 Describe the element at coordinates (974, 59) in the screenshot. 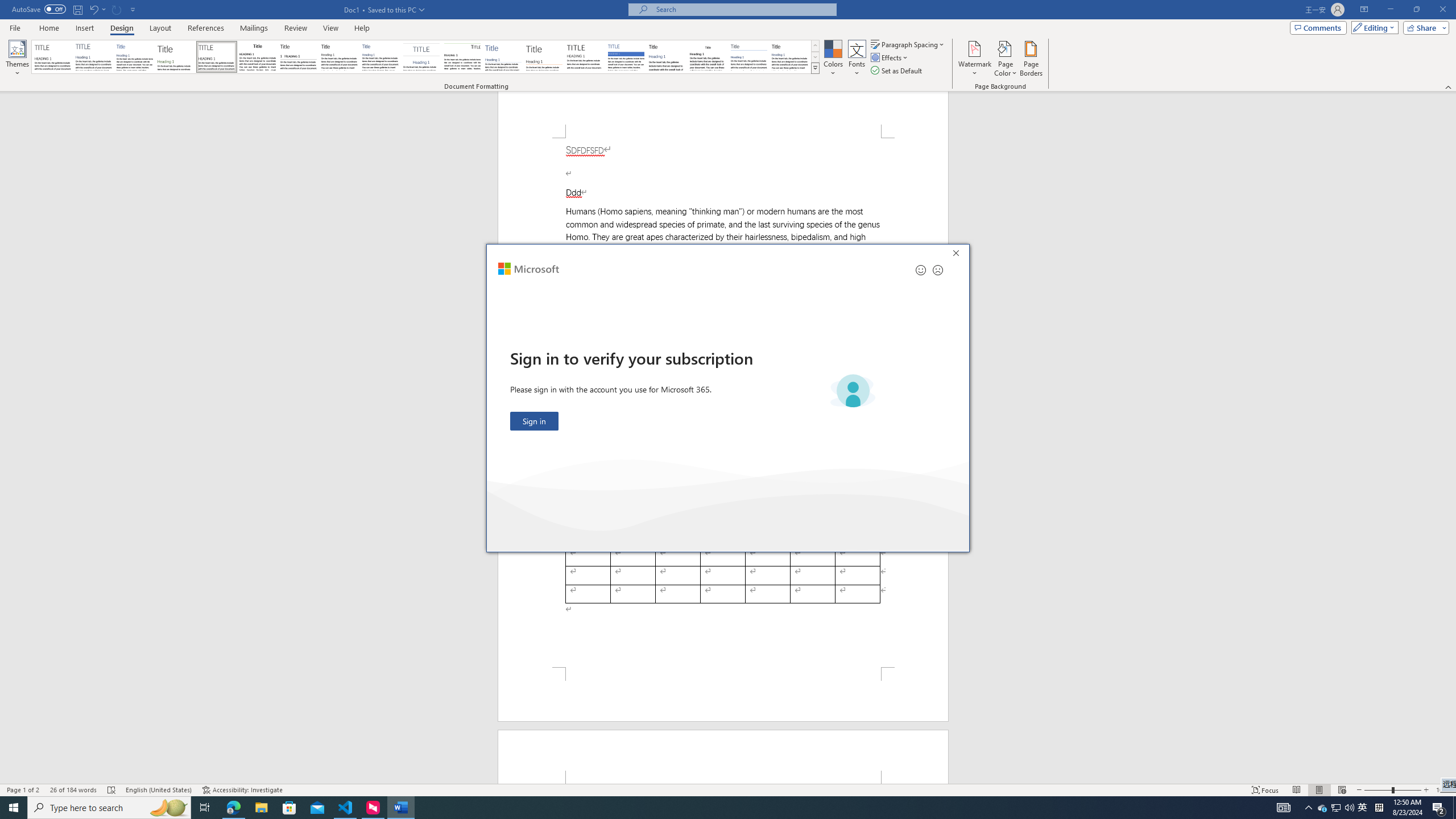

I see `'Watermark'` at that location.